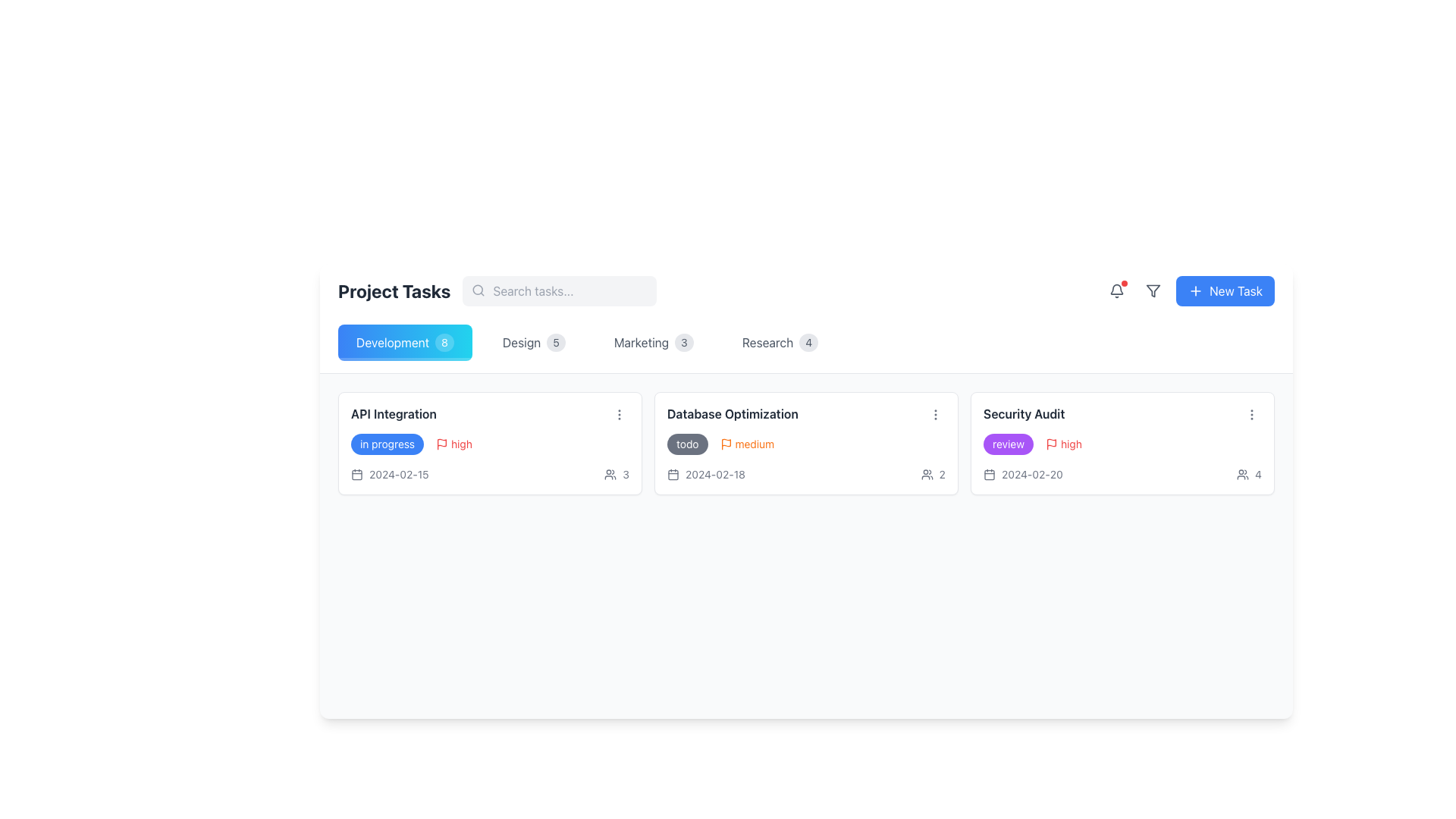 The image size is (1456, 819). What do you see at coordinates (747, 444) in the screenshot?
I see `the medium priority label with associated icon located in the 'Database Optimization' card in the 'Project Tasks' section, which is next to the 'todo' label` at bounding box center [747, 444].